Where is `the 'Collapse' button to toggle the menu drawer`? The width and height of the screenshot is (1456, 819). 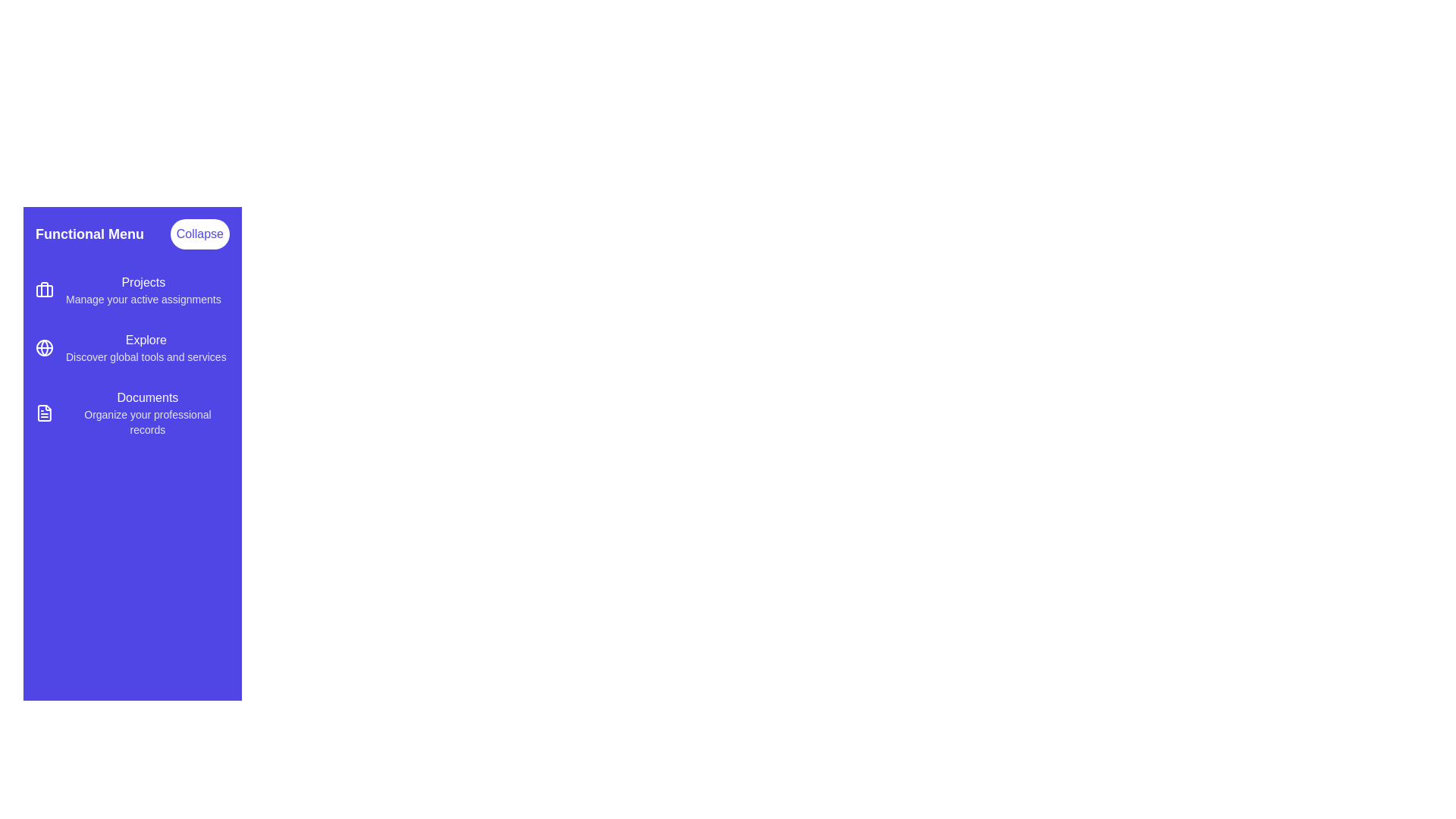 the 'Collapse' button to toggle the menu drawer is located at coordinates (199, 234).